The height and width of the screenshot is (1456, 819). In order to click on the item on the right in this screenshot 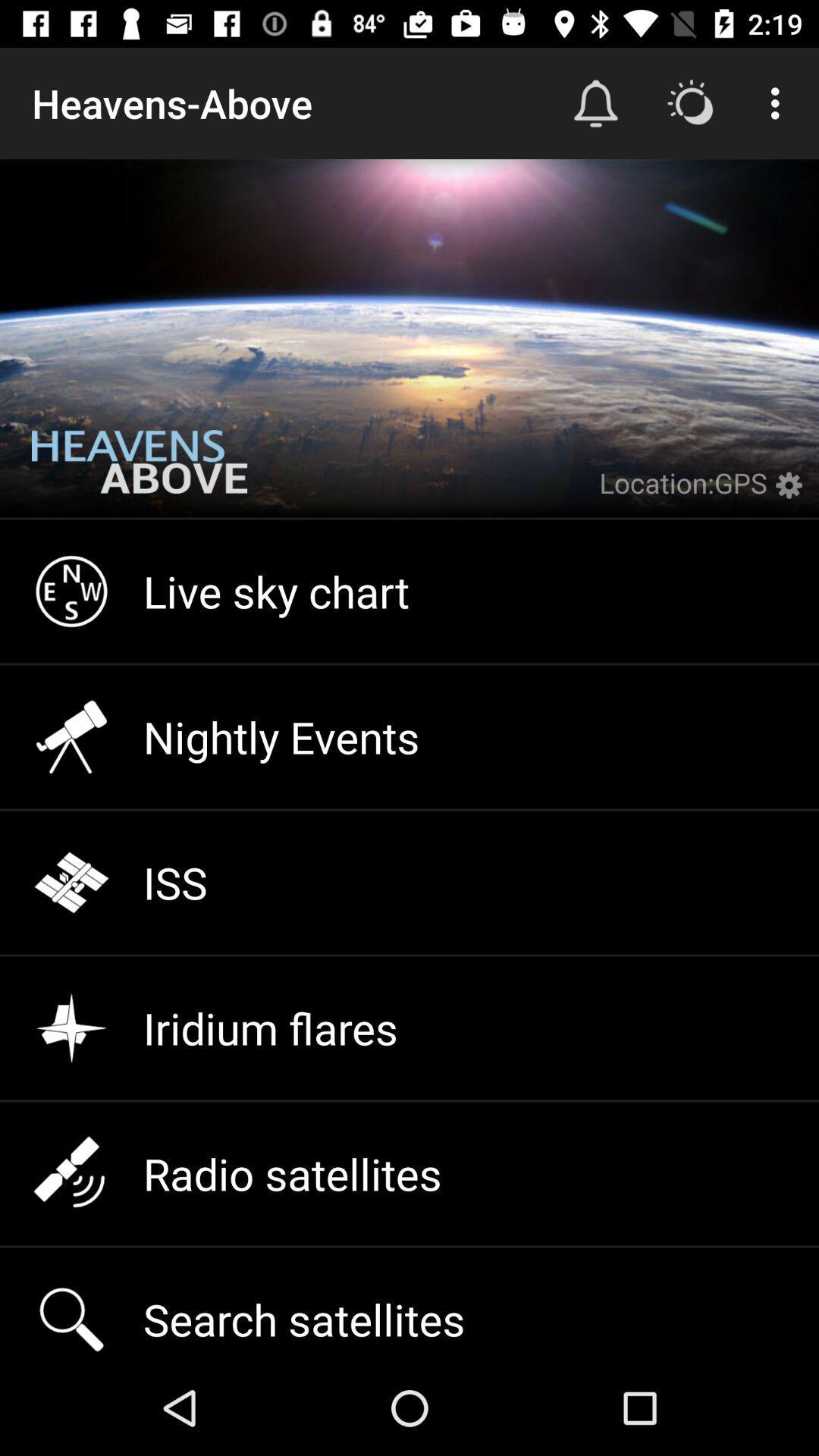, I will do `click(792, 494)`.